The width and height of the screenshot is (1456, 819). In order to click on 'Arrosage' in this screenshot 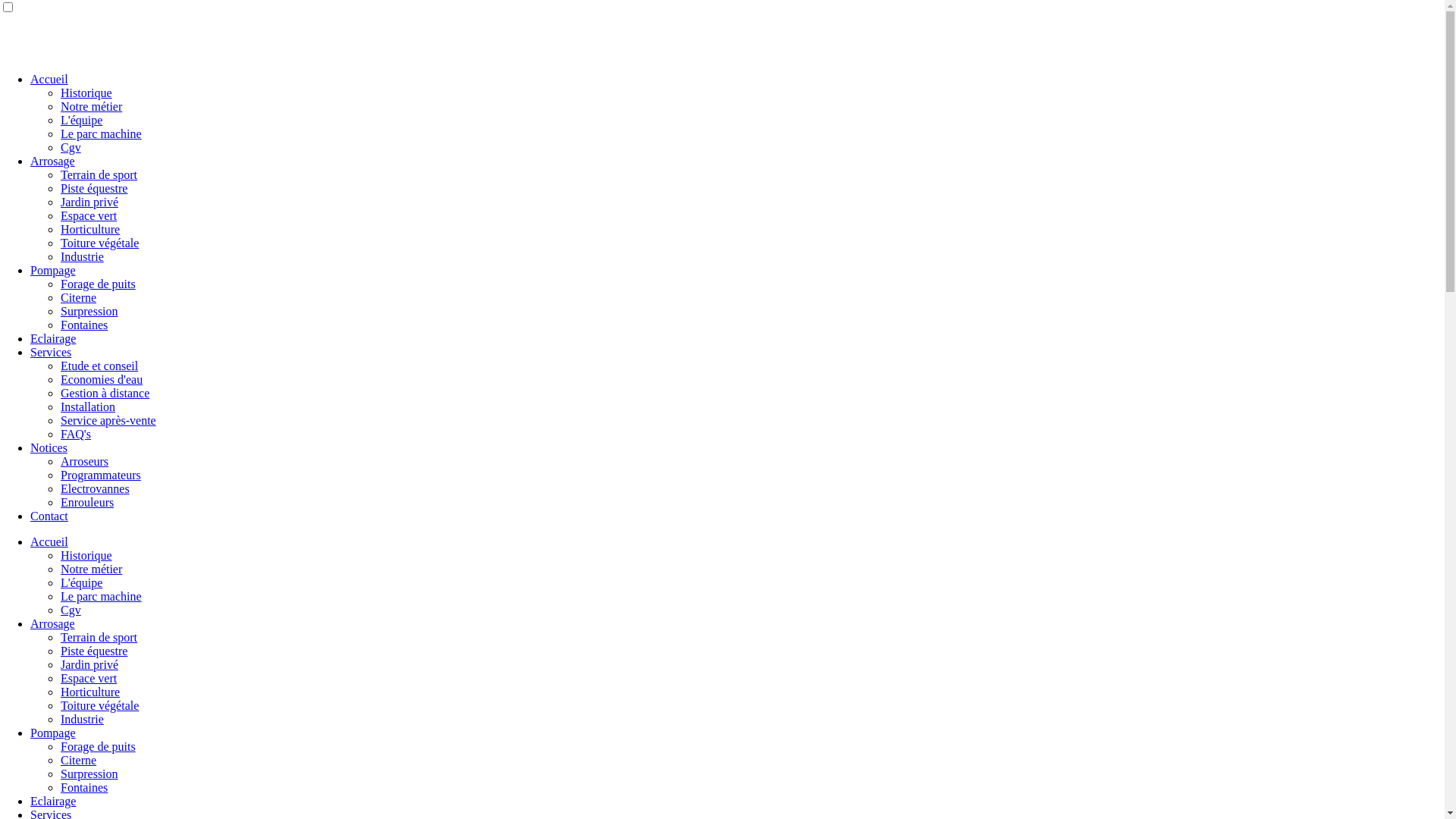, I will do `click(52, 623)`.